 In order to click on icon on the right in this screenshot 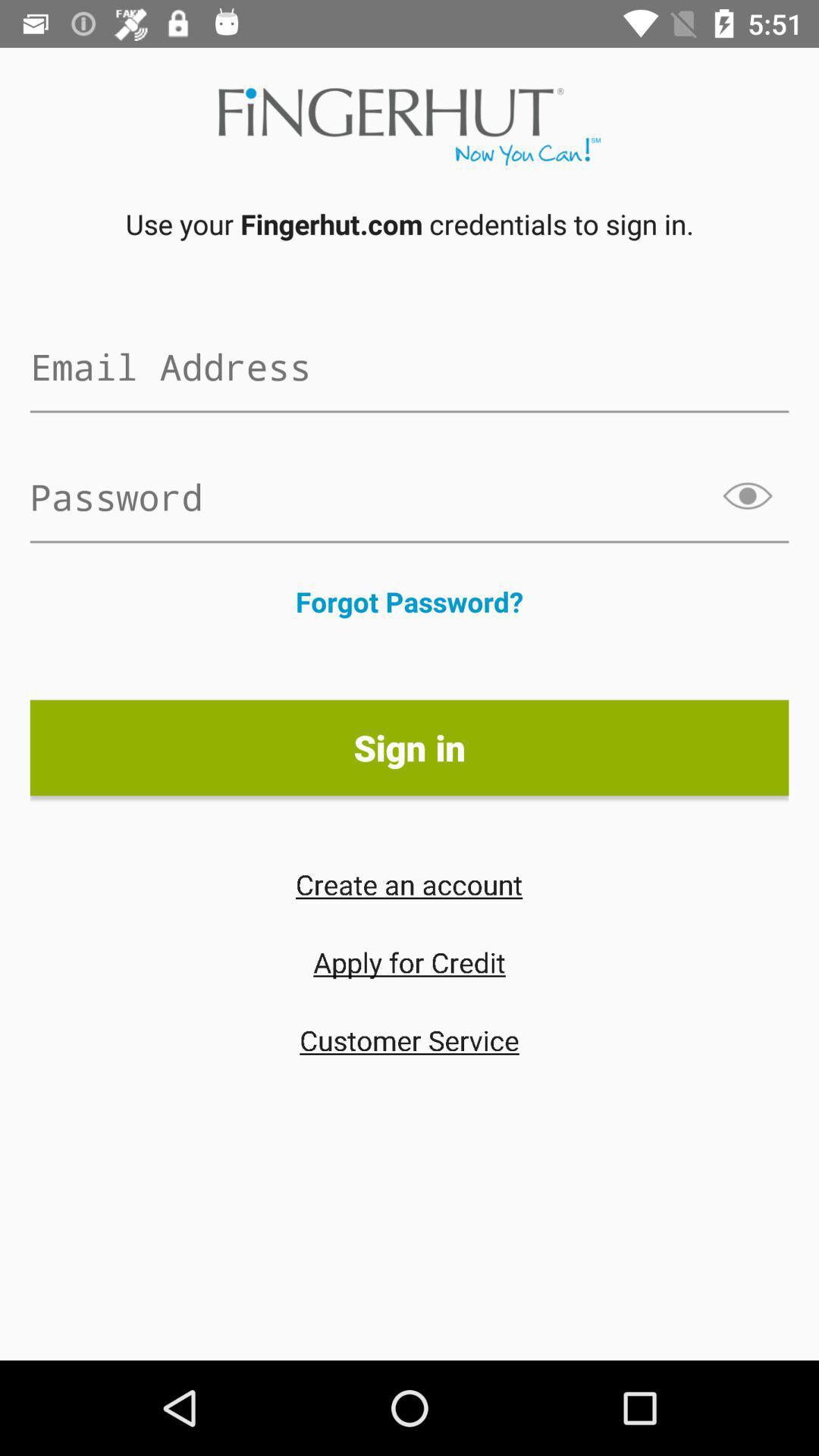, I will do `click(748, 496)`.